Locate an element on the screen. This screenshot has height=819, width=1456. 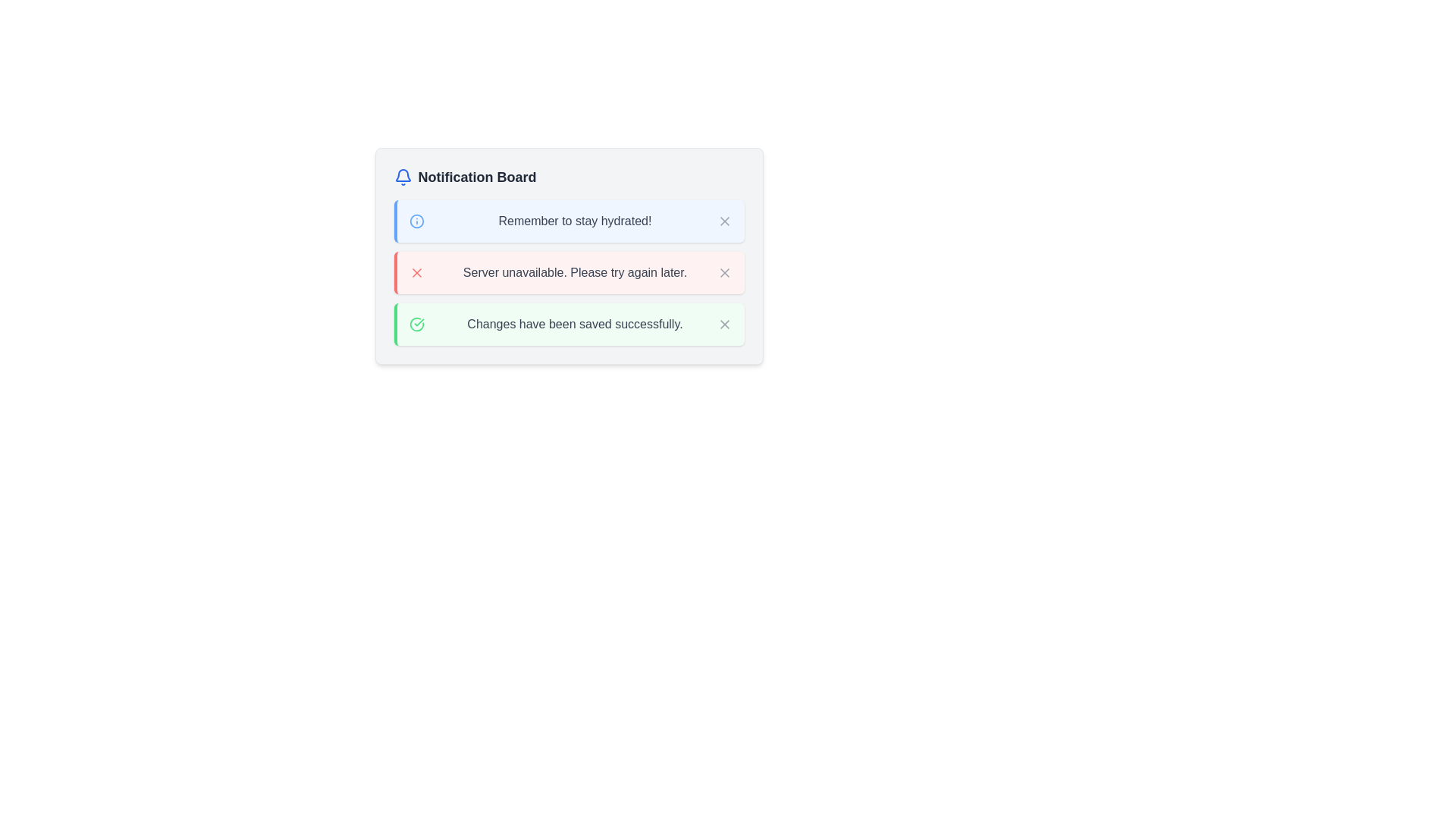
the static text that displays an informative or motivational message within the first notification card on the Notification Board is located at coordinates (574, 221).